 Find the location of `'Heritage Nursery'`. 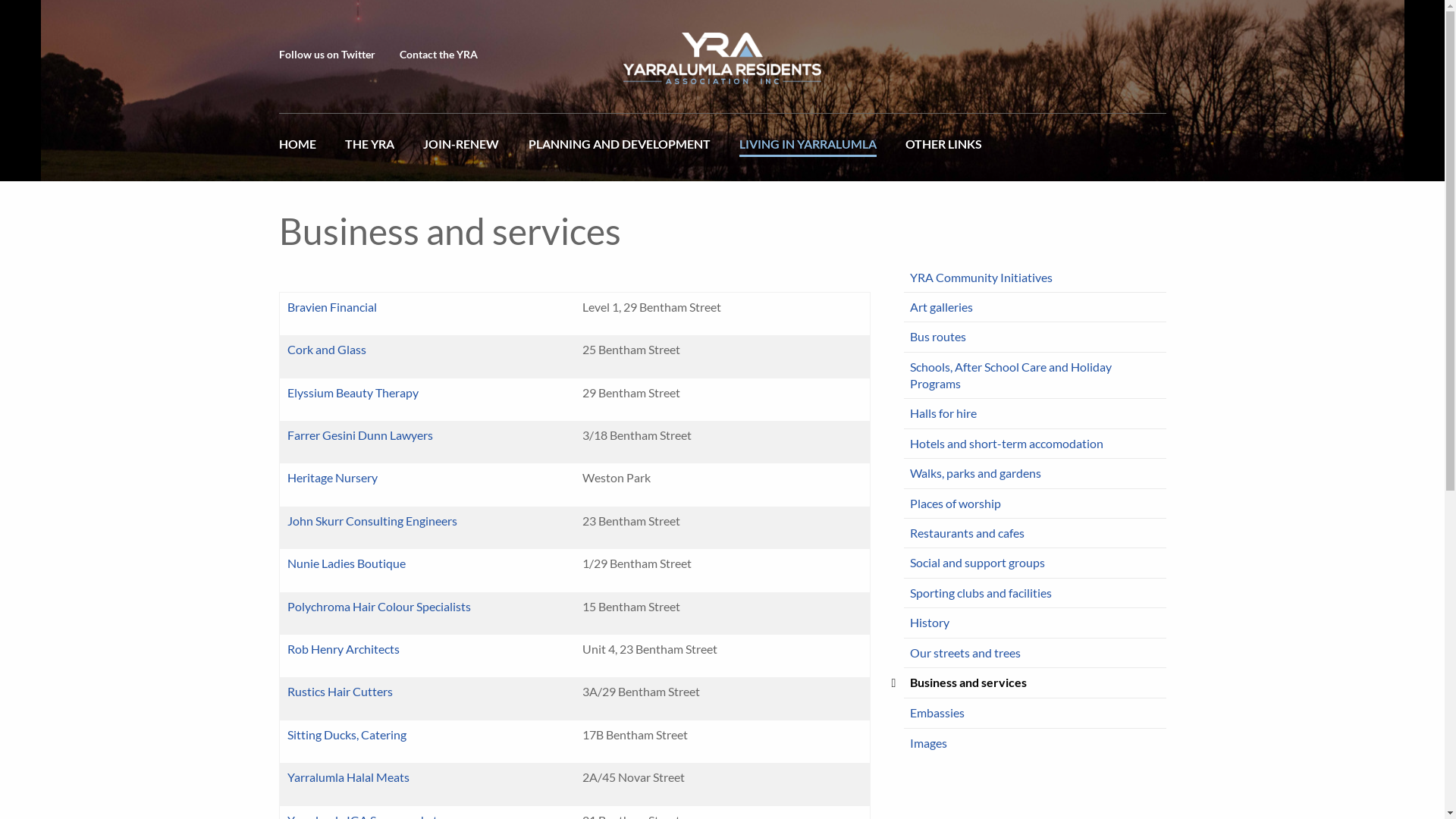

'Heritage Nursery' is located at coordinates (331, 476).